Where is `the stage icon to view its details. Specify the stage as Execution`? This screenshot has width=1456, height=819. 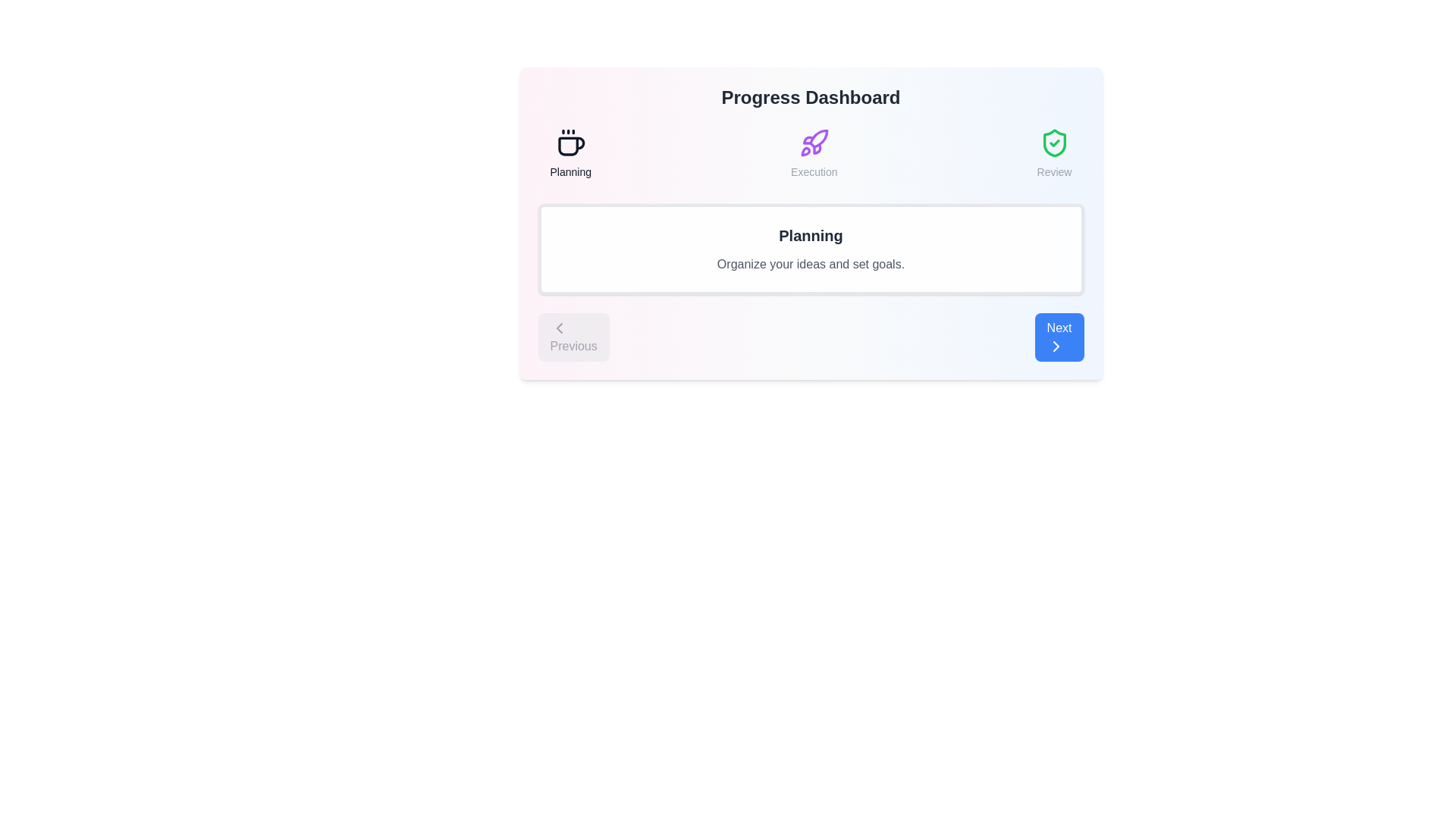
the stage icon to view its details. Specify the stage as Execution is located at coordinates (813, 154).